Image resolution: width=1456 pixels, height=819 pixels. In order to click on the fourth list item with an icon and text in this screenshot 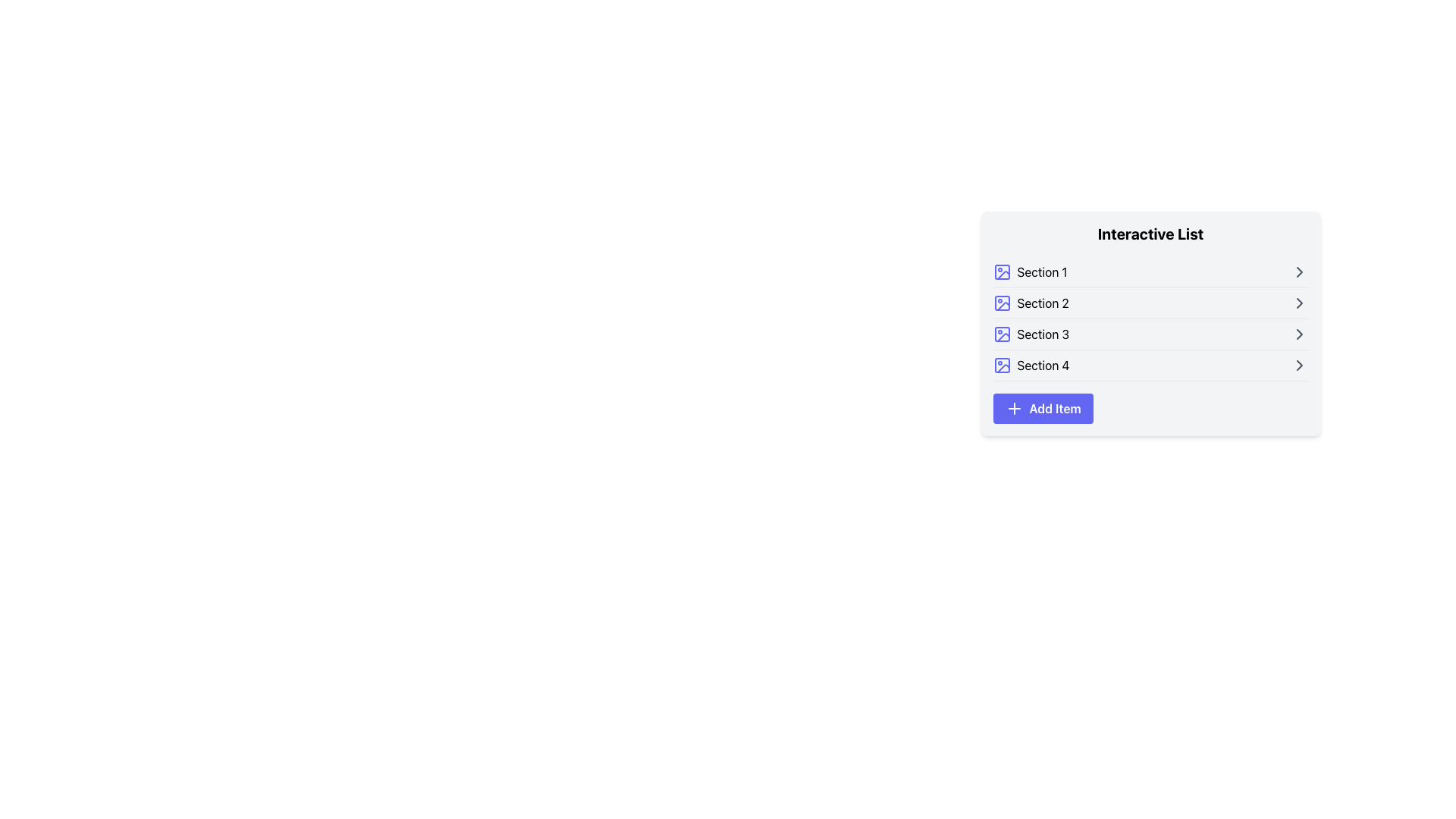, I will do `click(1030, 366)`.